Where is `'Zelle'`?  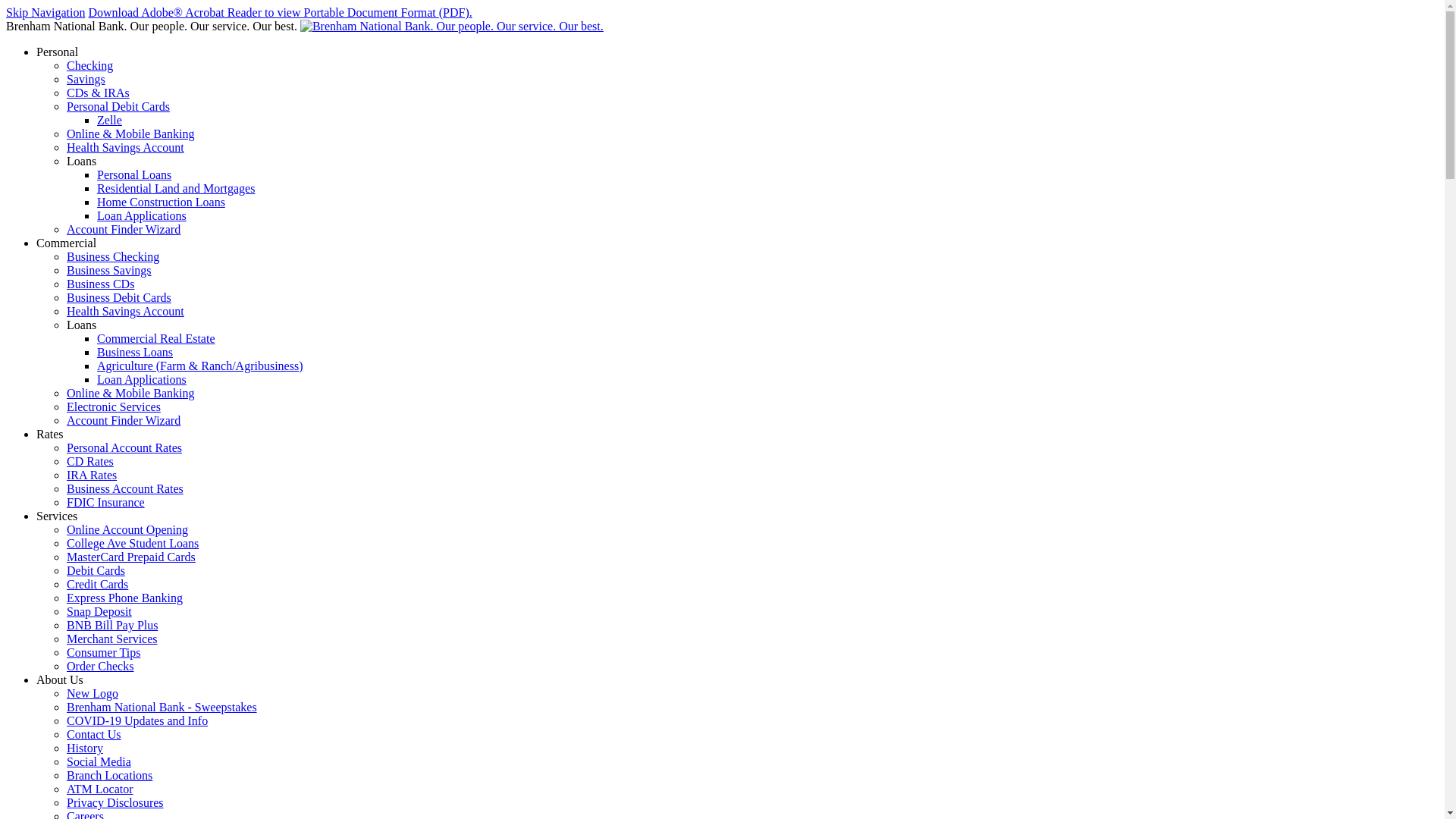 'Zelle' is located at coordinates (96, 119).